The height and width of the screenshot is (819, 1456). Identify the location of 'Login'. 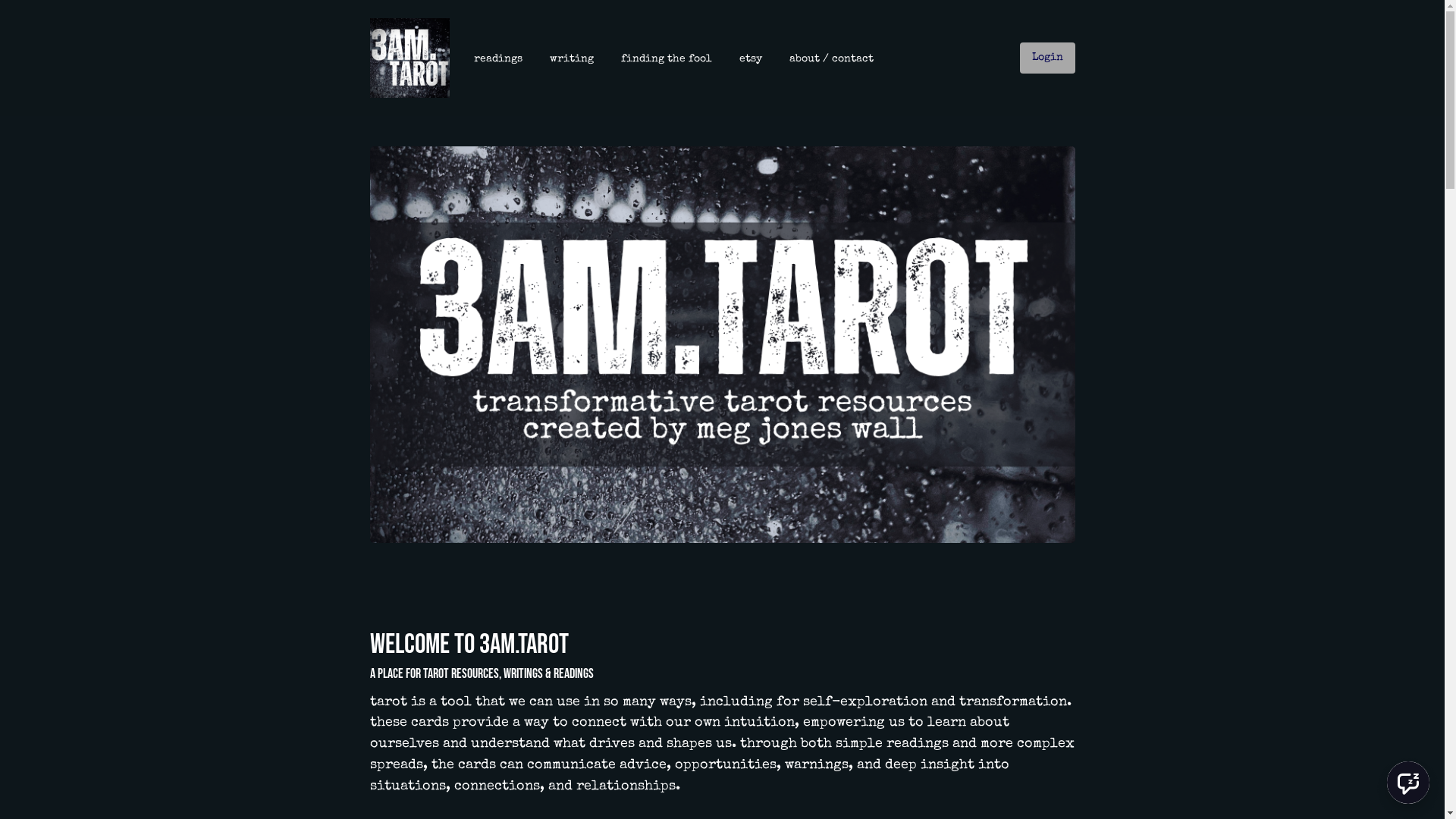
(1046, 57).